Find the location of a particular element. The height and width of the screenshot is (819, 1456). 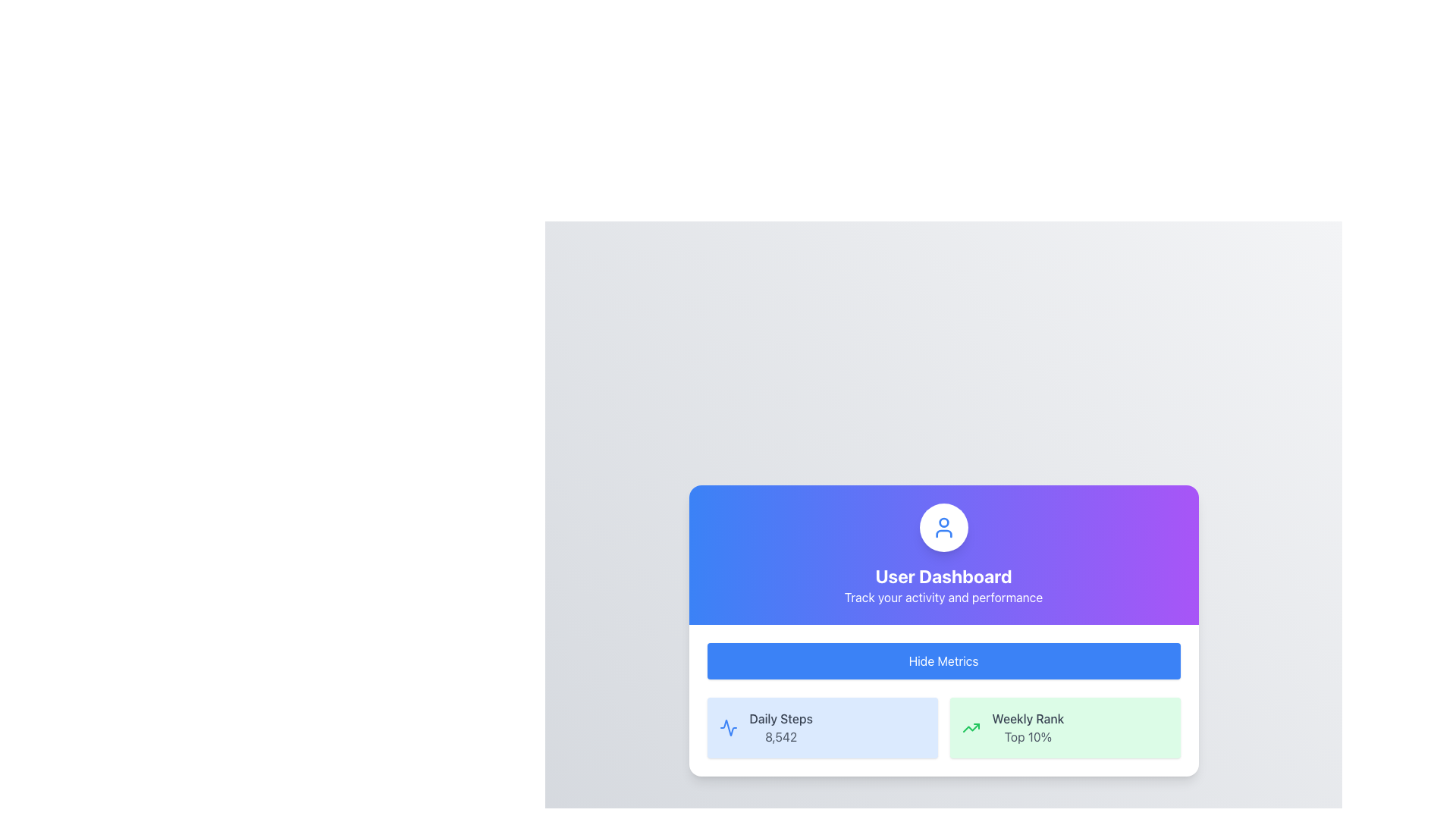

the blue SVG icon resembling a line graph or waveform emblem located in the bottom-left section of the user dashboard panel, aligned with the 'Daily Steps' card is located at coordinates (728, 727).